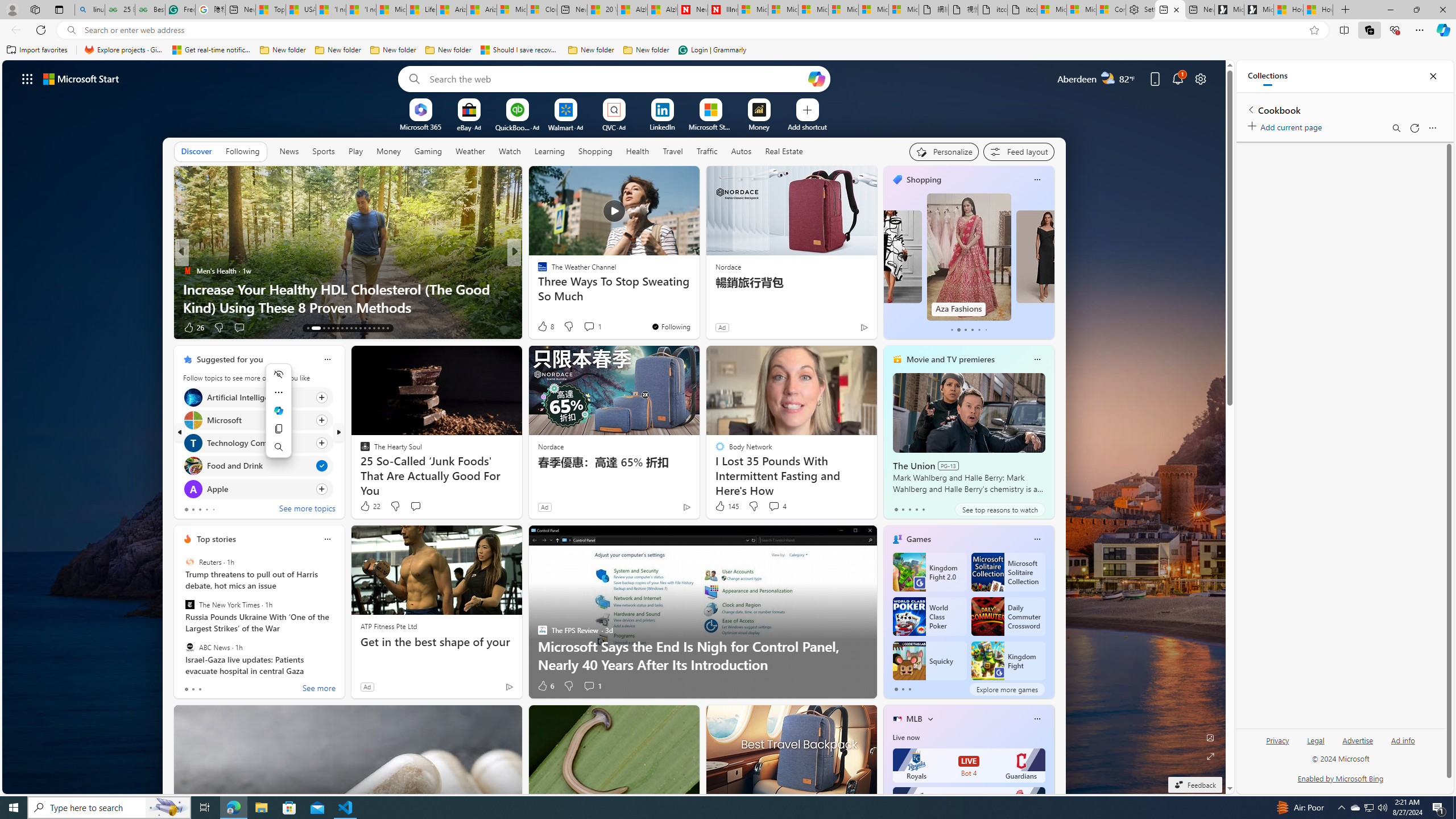 The height and width of the screenshot is (819, 1456). Describe the element at coordinates (544, 327) in the screenshot. I see `'127 Like'` at that location.